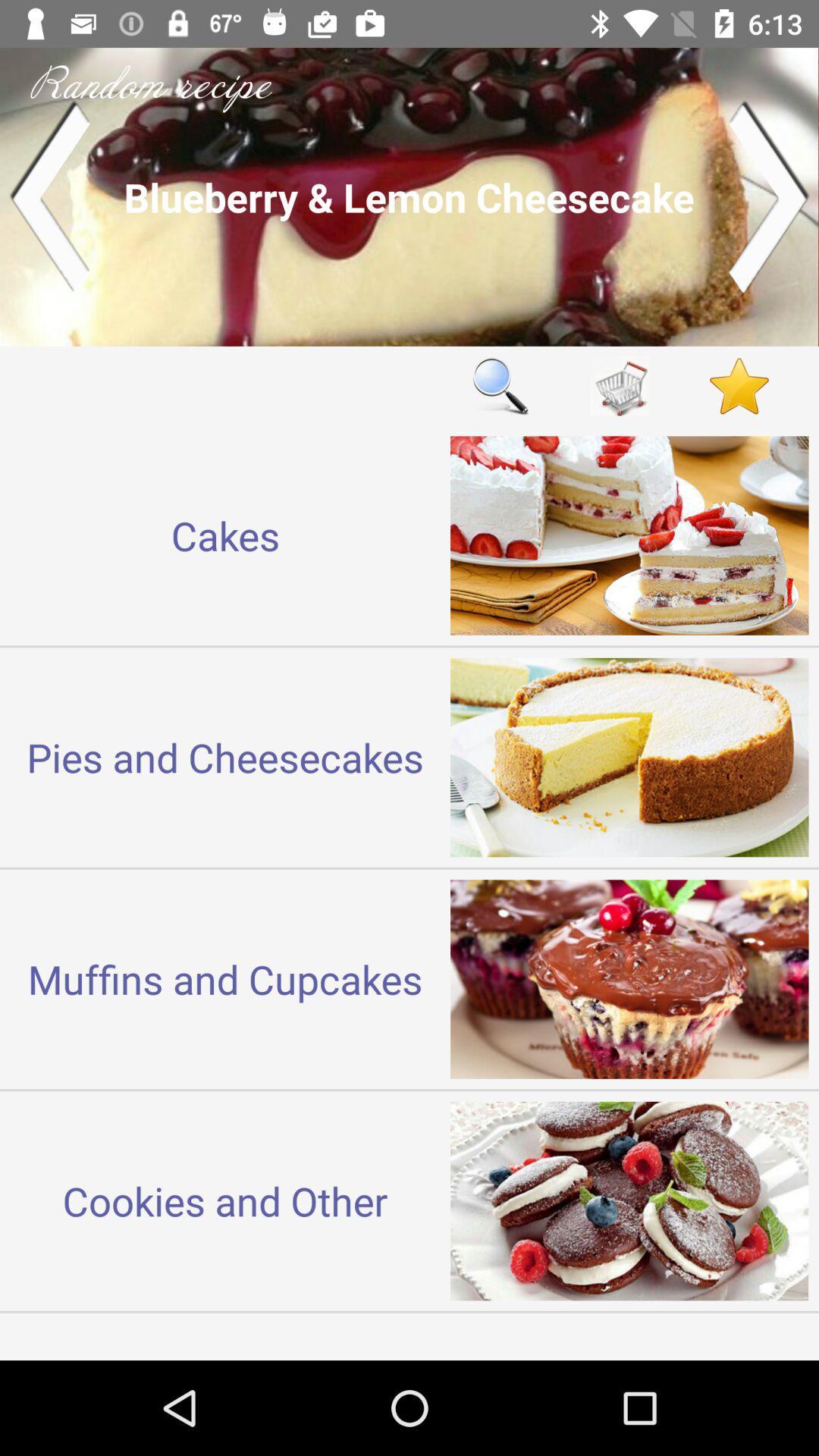 The image size is (819, 1456). I want to click on the star icon, so click(739, 386).